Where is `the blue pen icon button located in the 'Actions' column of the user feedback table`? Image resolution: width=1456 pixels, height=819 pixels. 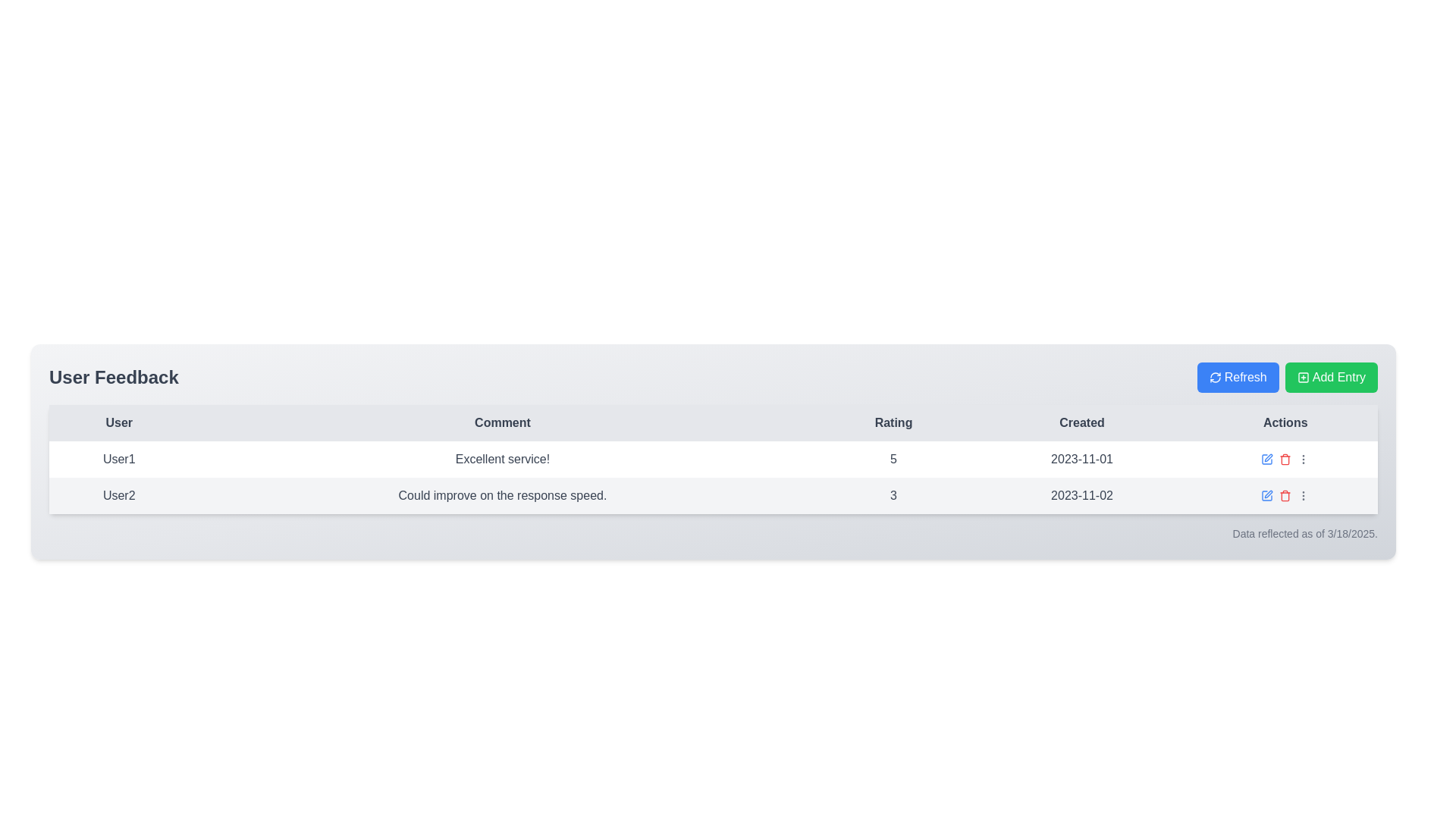 the blue pen icon button located in the 'Actions' column of the user feedback table is located at coordinates (1266, 458).